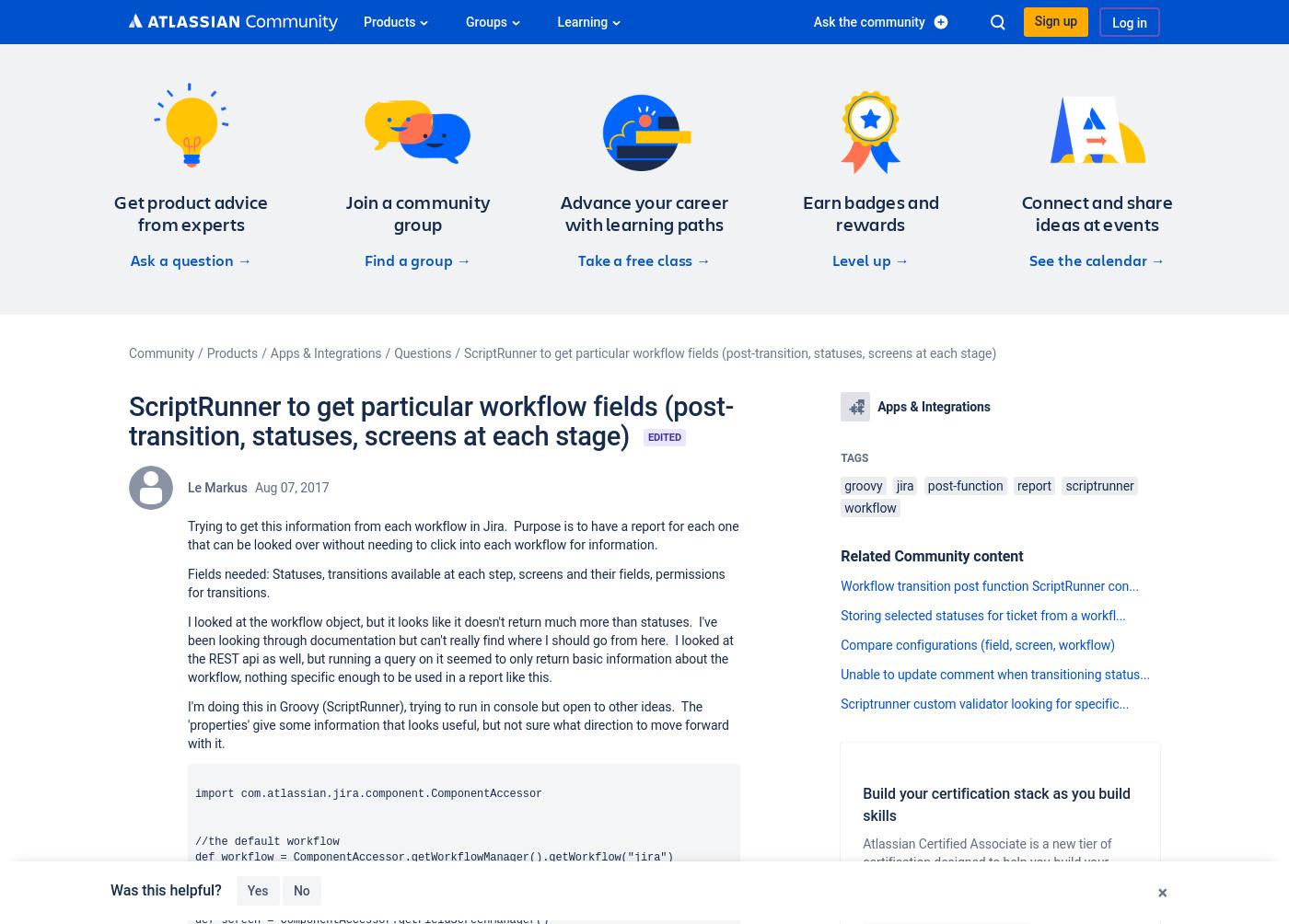 Image resolution: width=1289 pixels, height=924 pixels. Describe the element at coordinates (462, 536) in the screenshot. I see `'Trying to get this information from each workflow in Jira.  Purpose is to have a report for each one that can be looked over without needing to click into each workflow for information.'` at that location.